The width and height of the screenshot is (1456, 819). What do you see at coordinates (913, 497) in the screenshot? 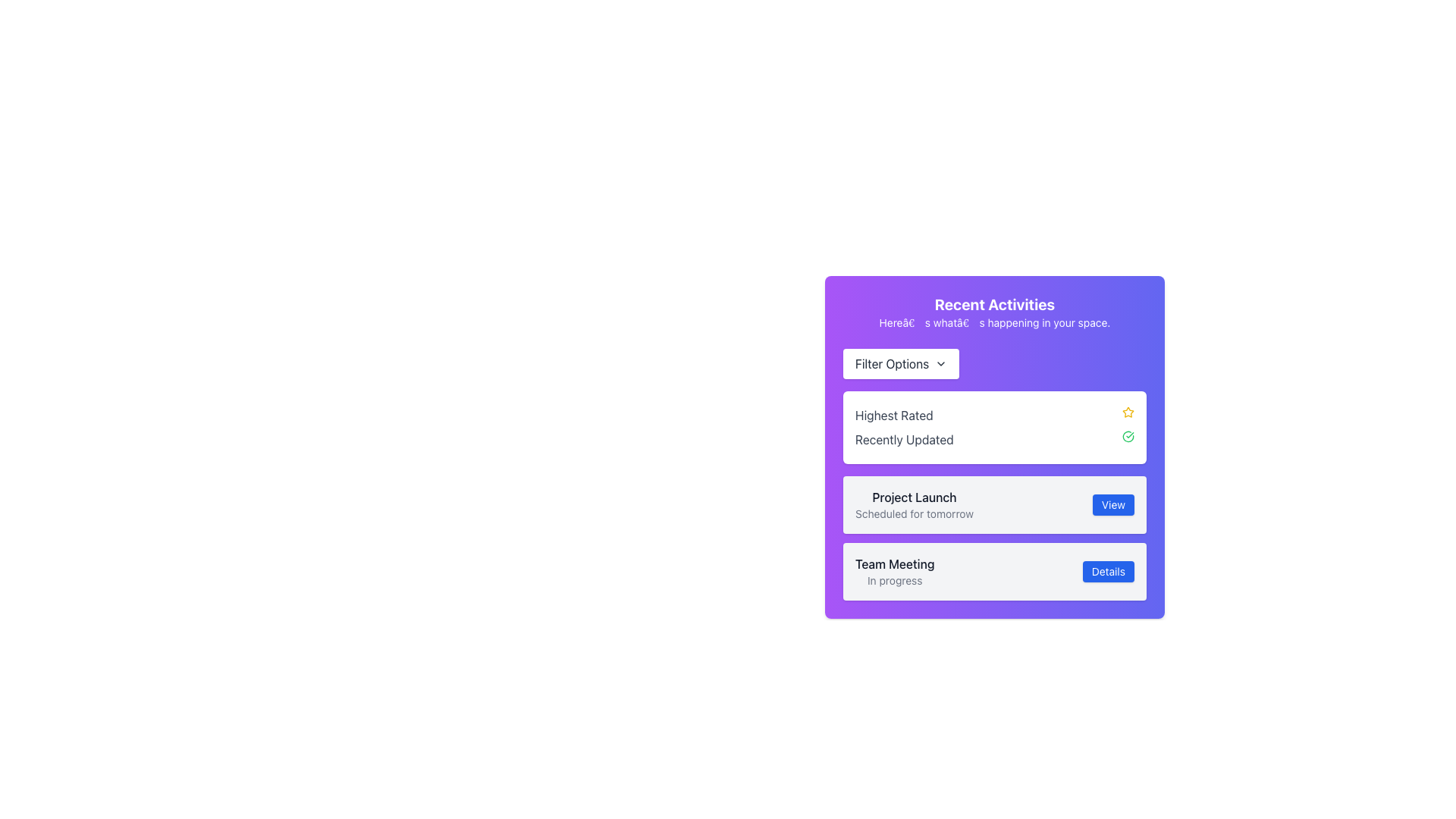
I see `the title text element of the activity card labeled 'Project Launch' which is located in the 'Recent Activities' section` at bounding box center [913, 497].